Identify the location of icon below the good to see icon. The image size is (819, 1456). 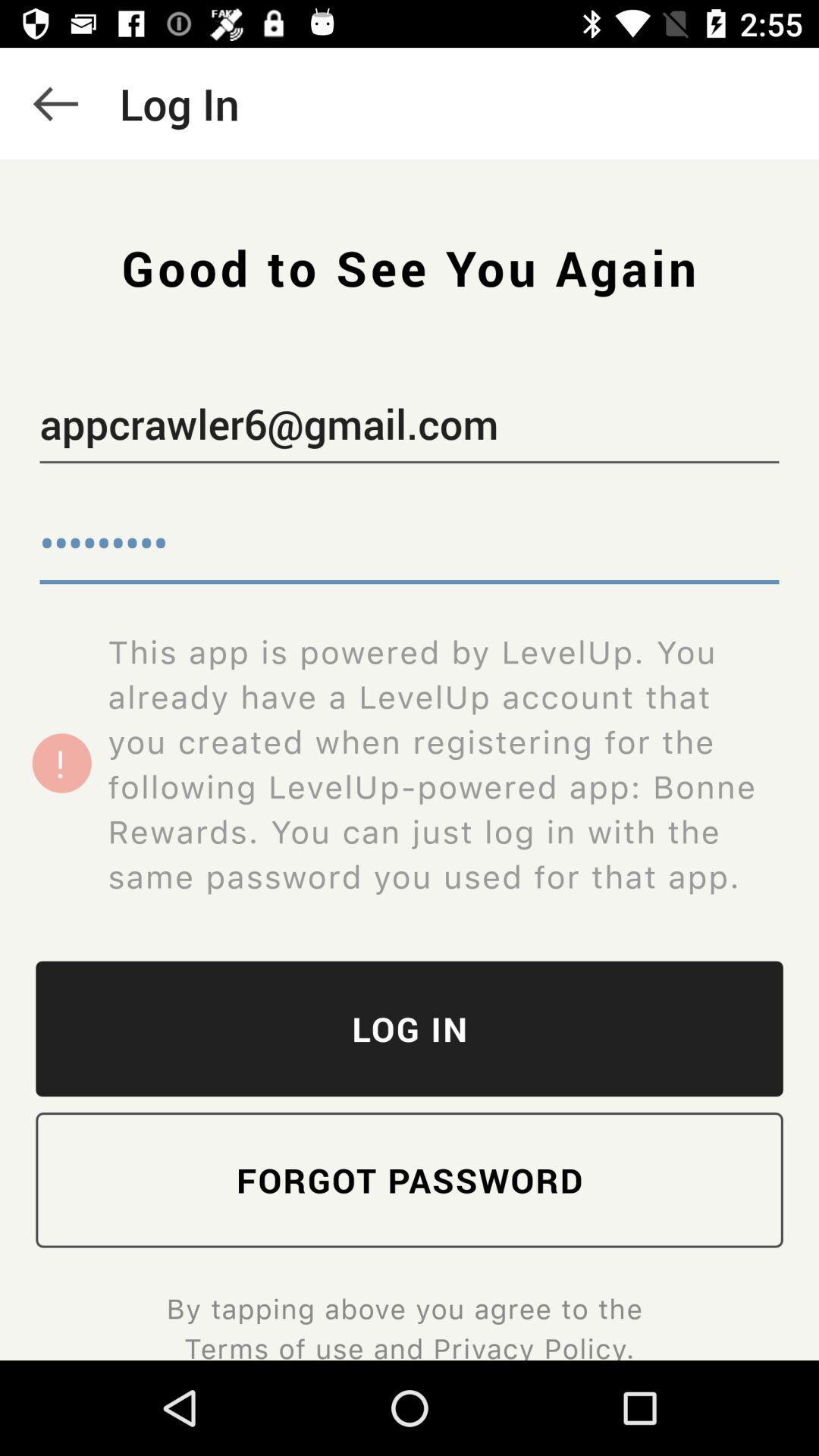
(409, 426).